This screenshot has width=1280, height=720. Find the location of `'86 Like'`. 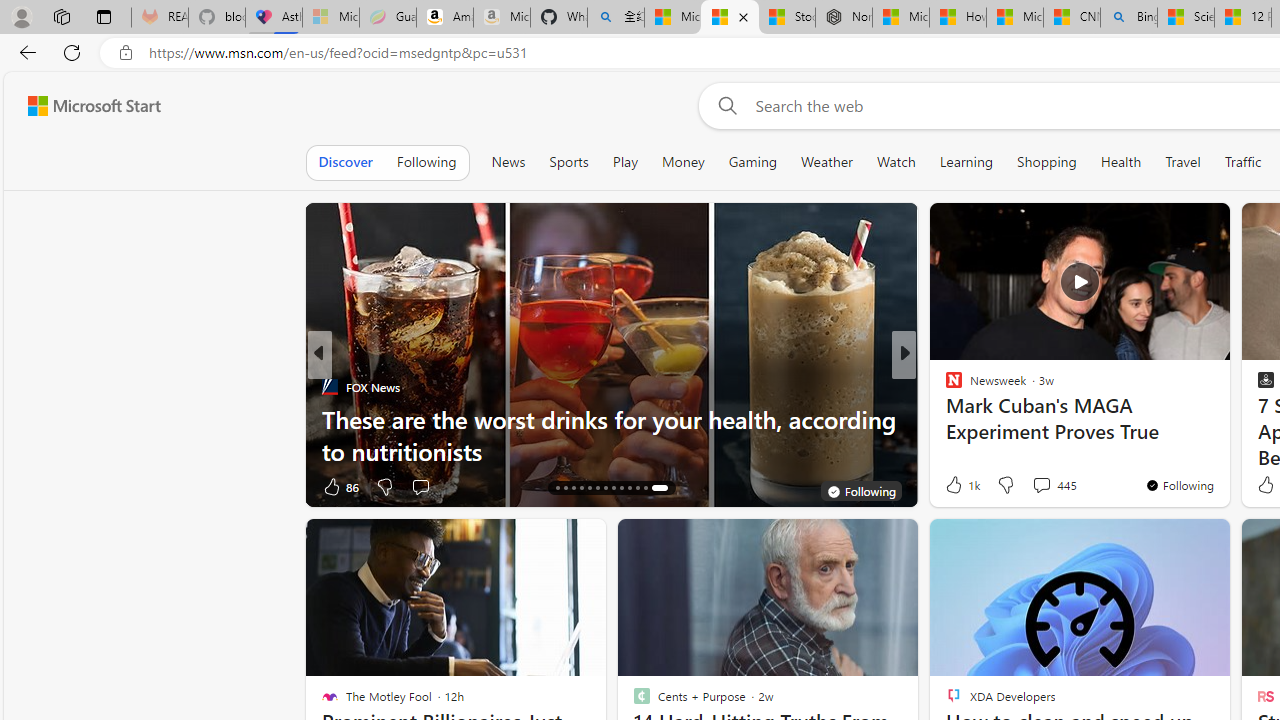

'86 Like' is located at coordinates (340, 486).